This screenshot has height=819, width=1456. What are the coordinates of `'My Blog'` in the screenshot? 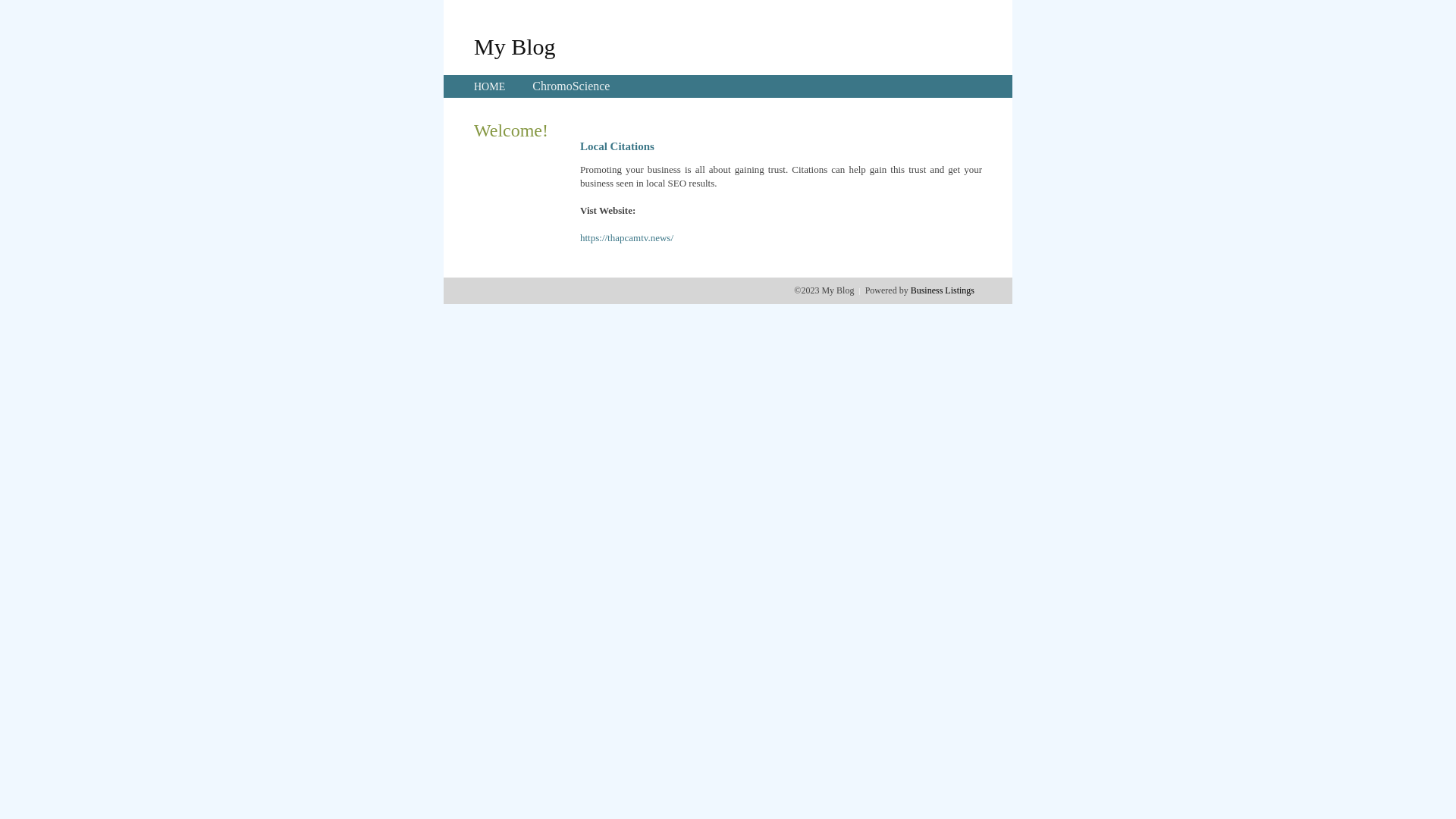 It's located at (514, 45).